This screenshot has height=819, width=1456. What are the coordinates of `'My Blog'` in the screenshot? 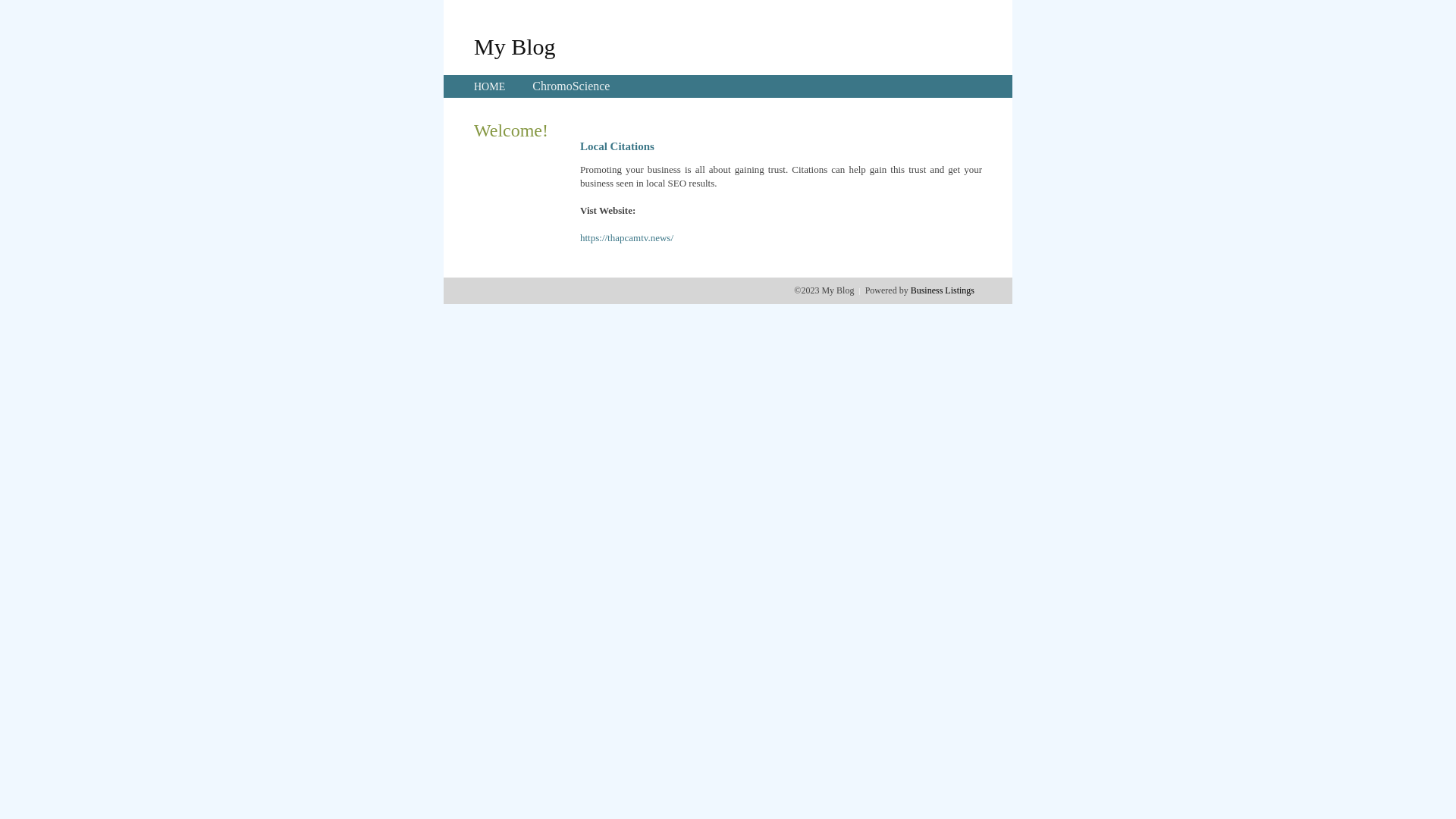 It's located at (514, 45).